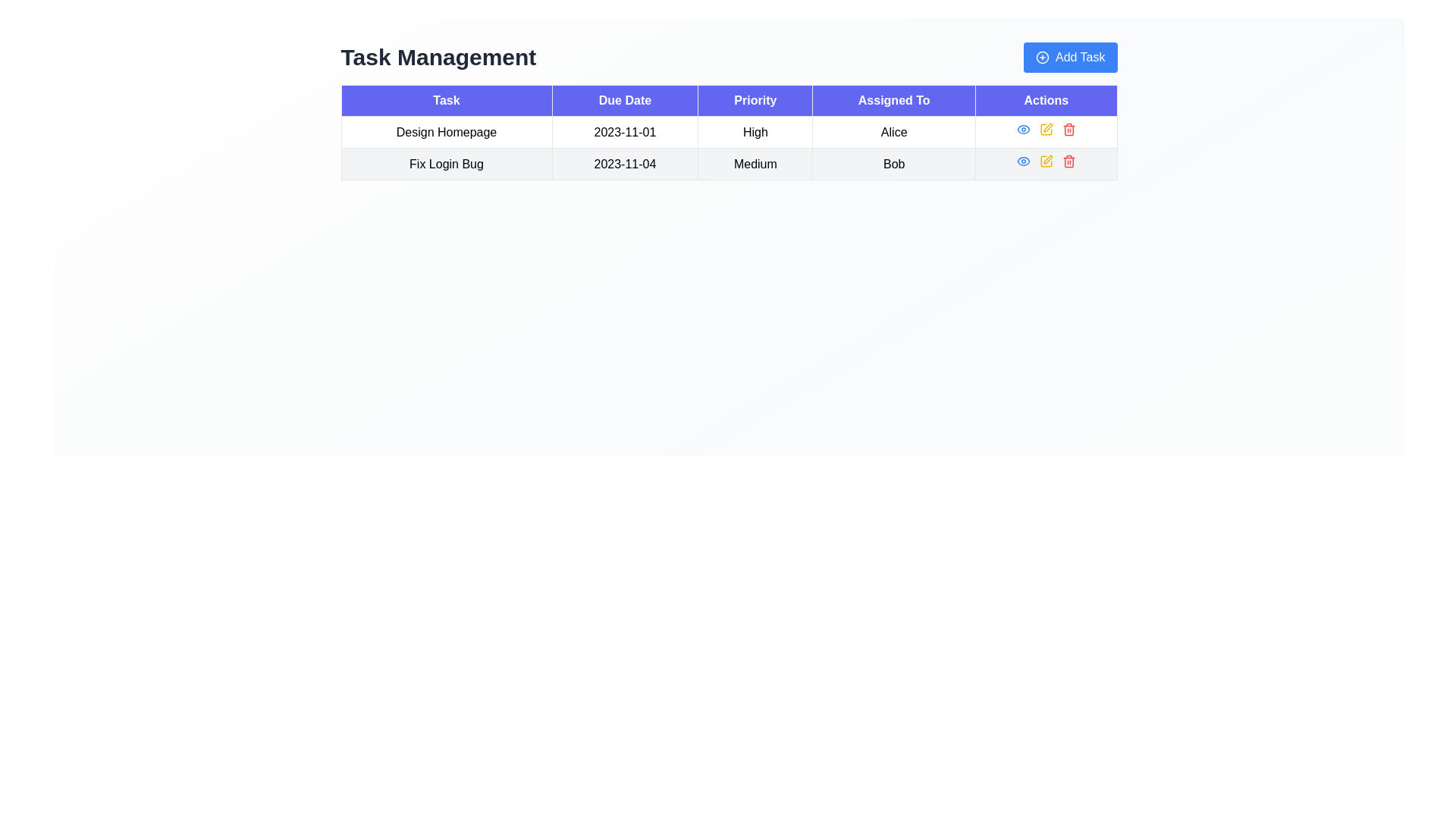  Describe the element at coordinates (729, 131) in the screenshot. I see `the first row in the task table, which includes details such as task name, due date, priority, assignee, and actions available` at that location.